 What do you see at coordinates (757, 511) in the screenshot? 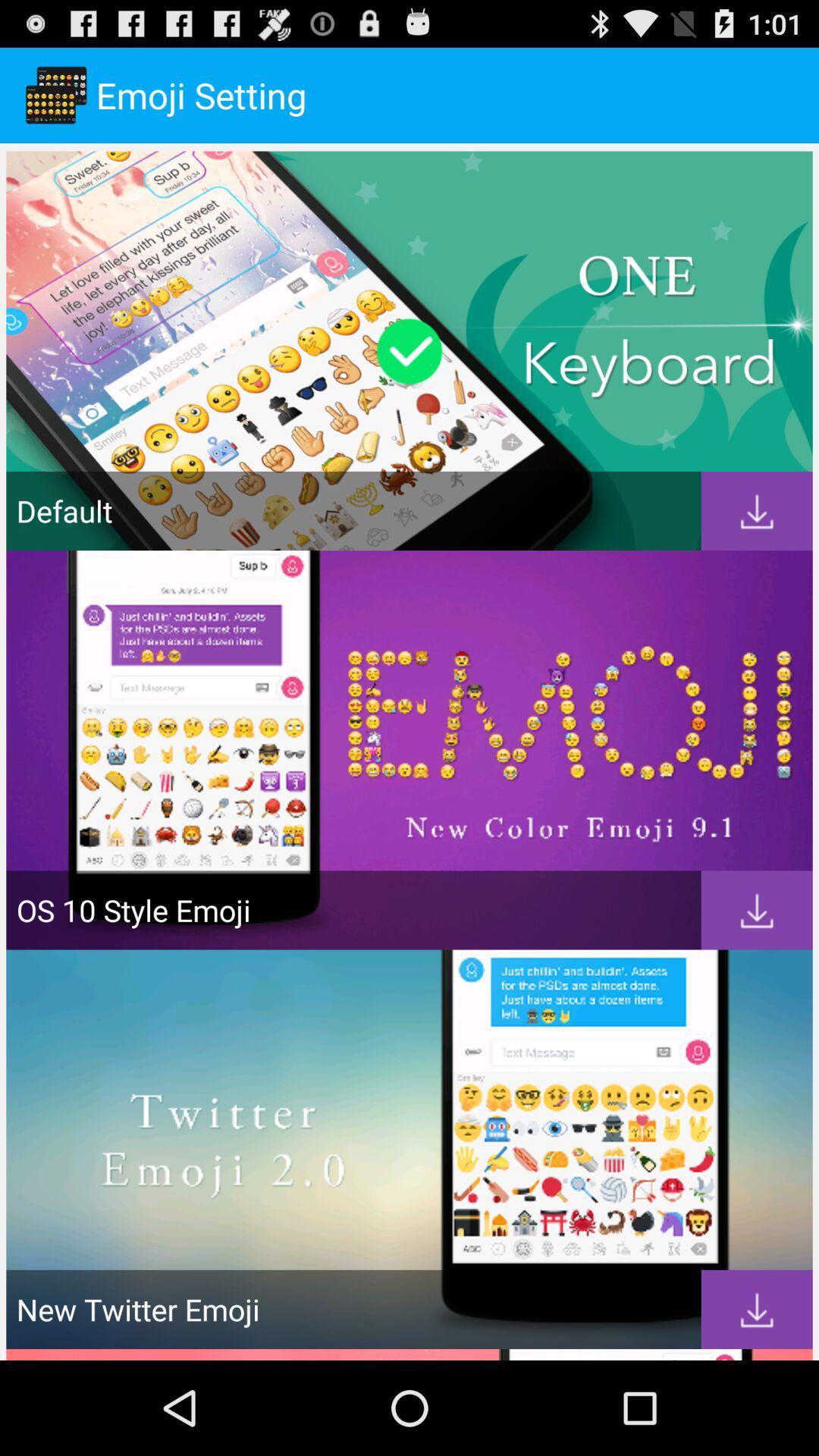
I see `opens full page for item` at bounding box center [757, 511].